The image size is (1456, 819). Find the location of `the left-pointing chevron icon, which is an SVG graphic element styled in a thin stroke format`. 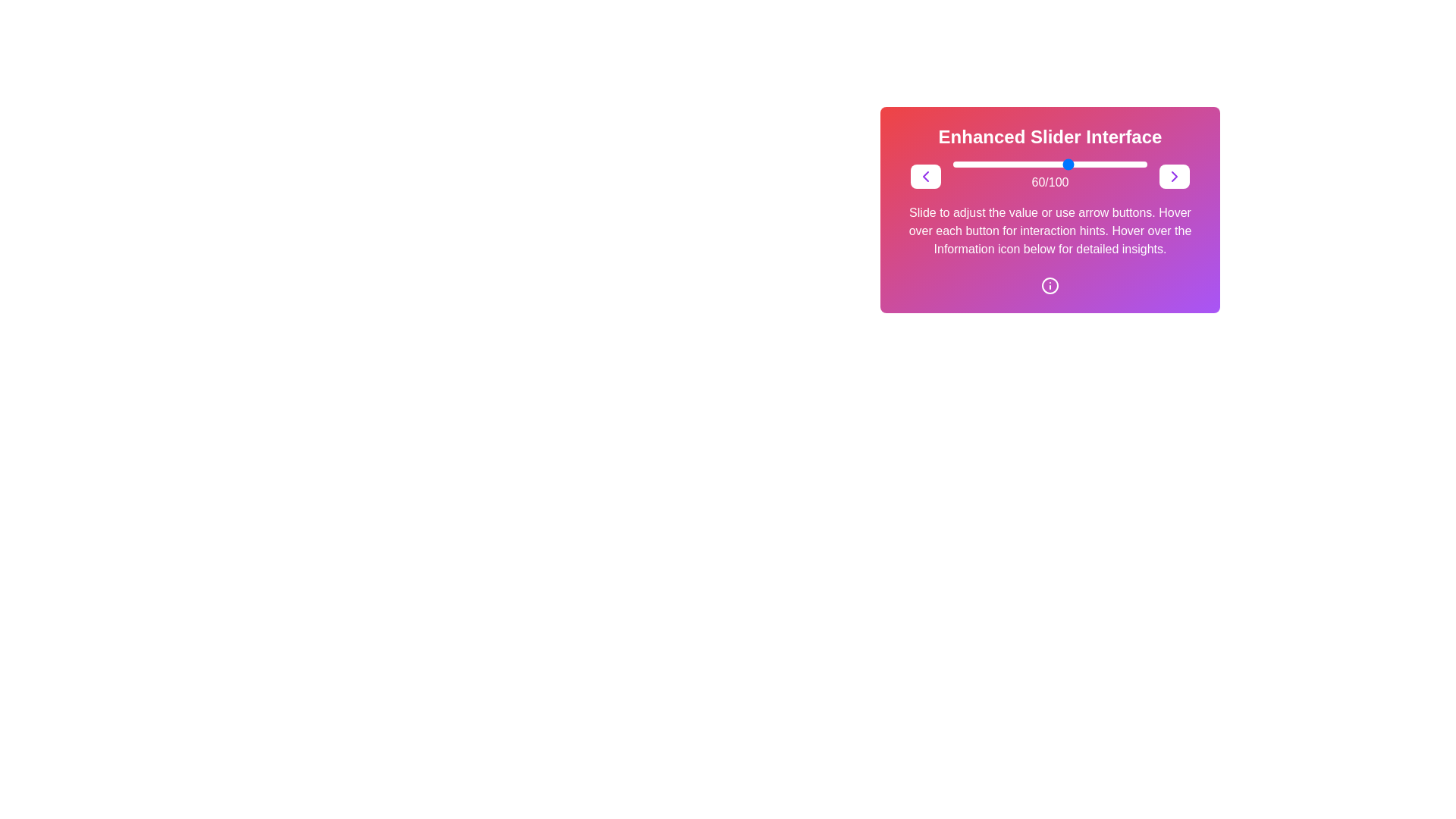

the left-pointing chevron icon, which is an SVG graphic element styled in a thin stroke format is located at coordinates (924, 175).